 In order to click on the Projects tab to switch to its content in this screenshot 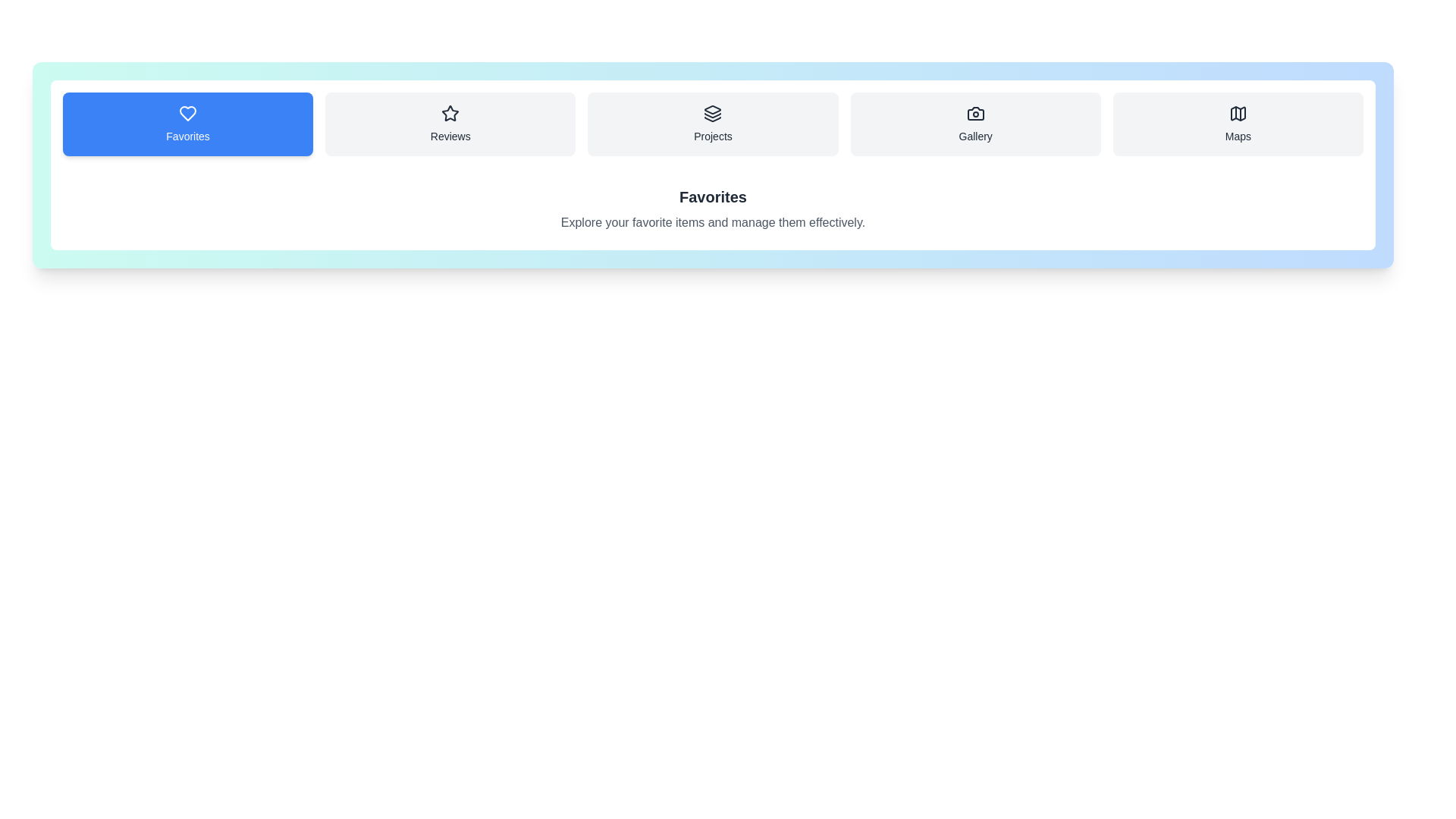, I will do `click(712, 124)`.